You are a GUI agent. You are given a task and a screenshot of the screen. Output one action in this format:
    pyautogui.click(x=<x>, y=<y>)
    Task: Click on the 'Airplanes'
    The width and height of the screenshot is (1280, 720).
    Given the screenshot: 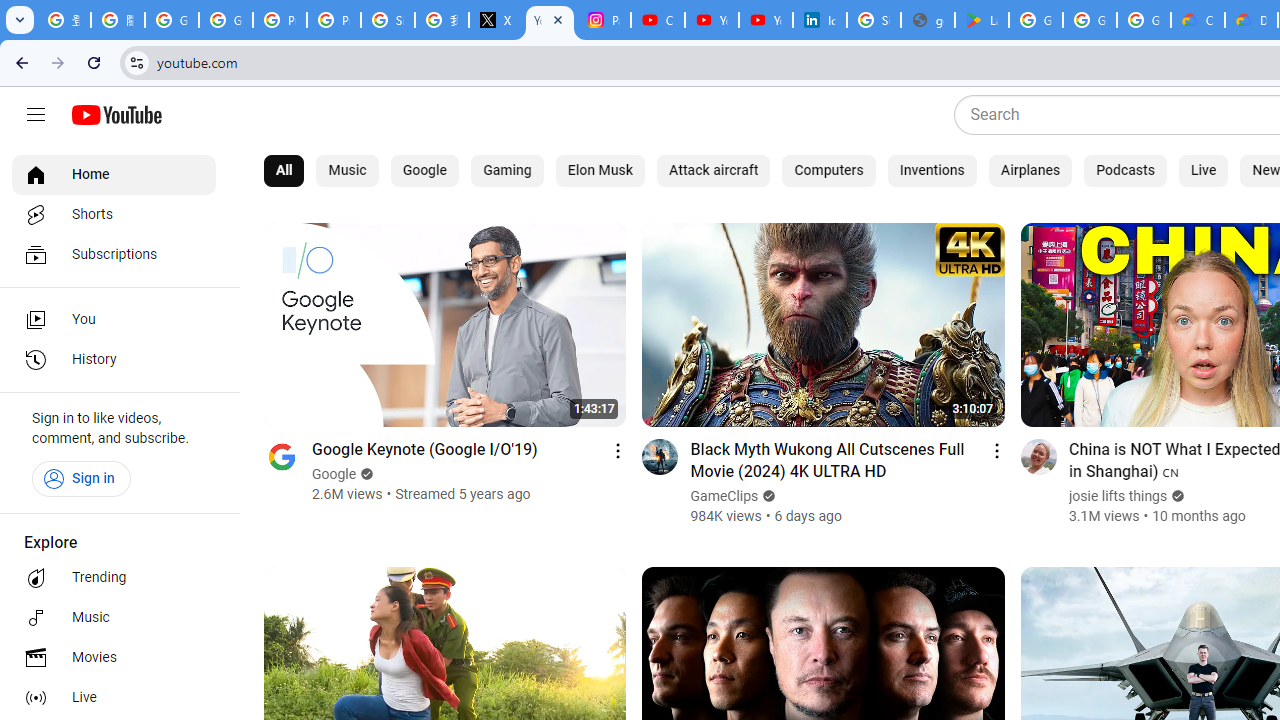 What is the action you would take?
    pyautogui.click(x=1030, y=170)
    